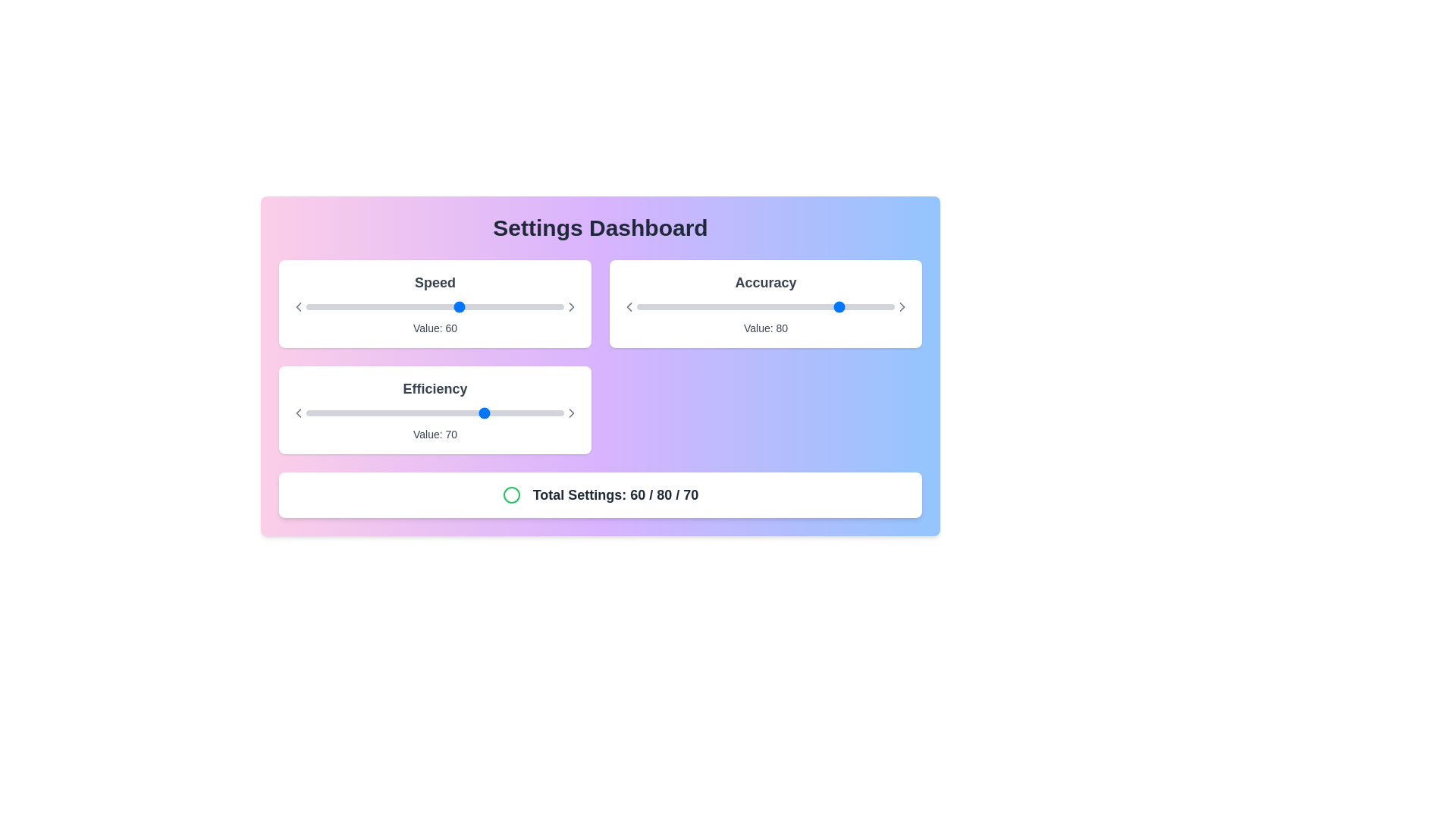 This screenshot has height=819, width=1456. Describe the element at coordinates (525, 413) in the screenshot. I see `efficiency` at that location.